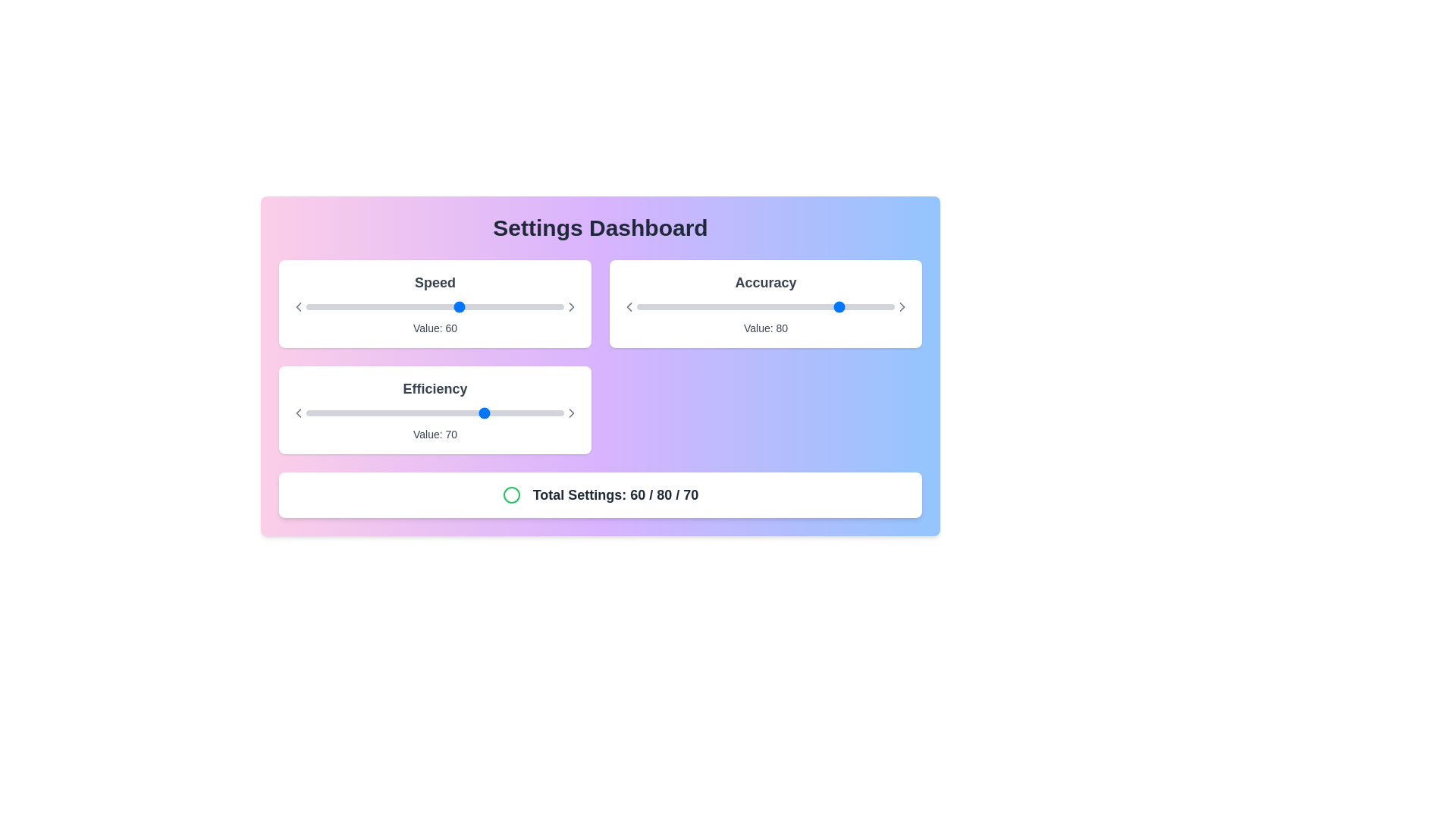 This screenshot has height=819, width=1456. Describe the element at coordinates (525, 413) in the screenshot. I see `efficiency` at that location.